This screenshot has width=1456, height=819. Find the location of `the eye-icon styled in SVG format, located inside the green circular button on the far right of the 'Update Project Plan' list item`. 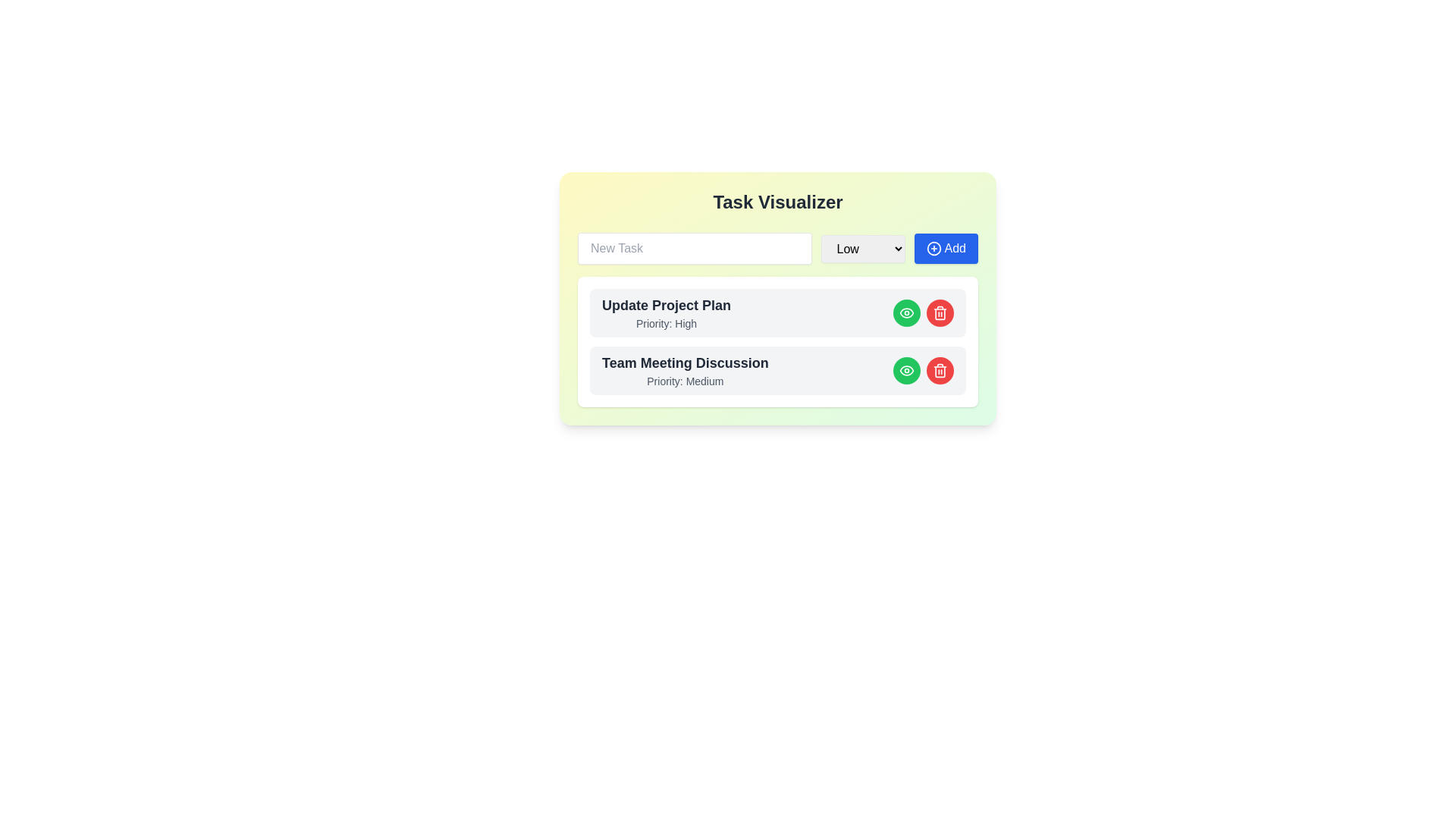

the eye-icon styled in SVG format, located inside the green circular button on the far right of the 'Update Project Plan' list item is located at coordinates (906, 371).